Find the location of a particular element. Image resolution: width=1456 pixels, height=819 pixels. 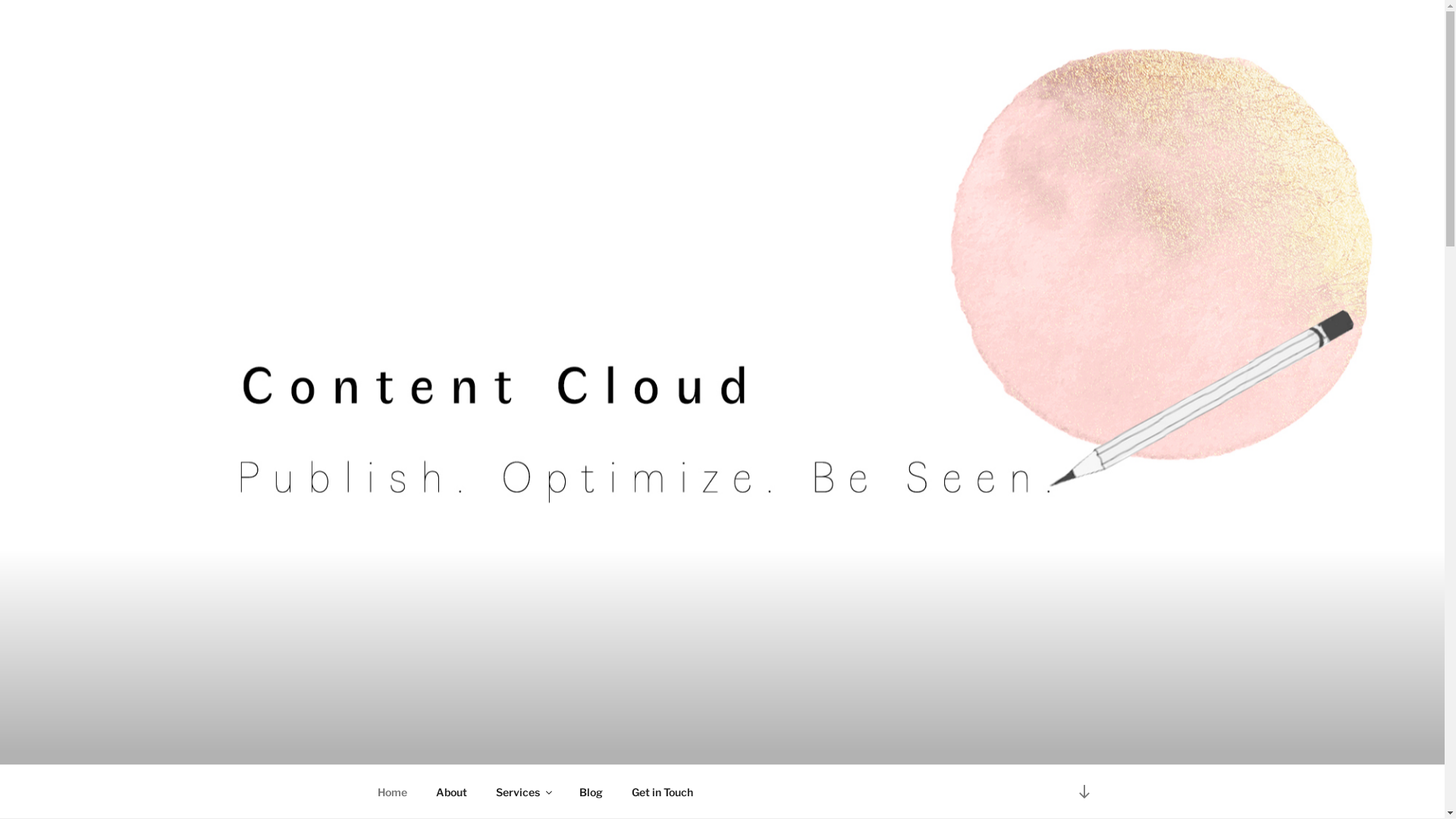

'Scroll down to content' is located at coordinates (1065, 790).